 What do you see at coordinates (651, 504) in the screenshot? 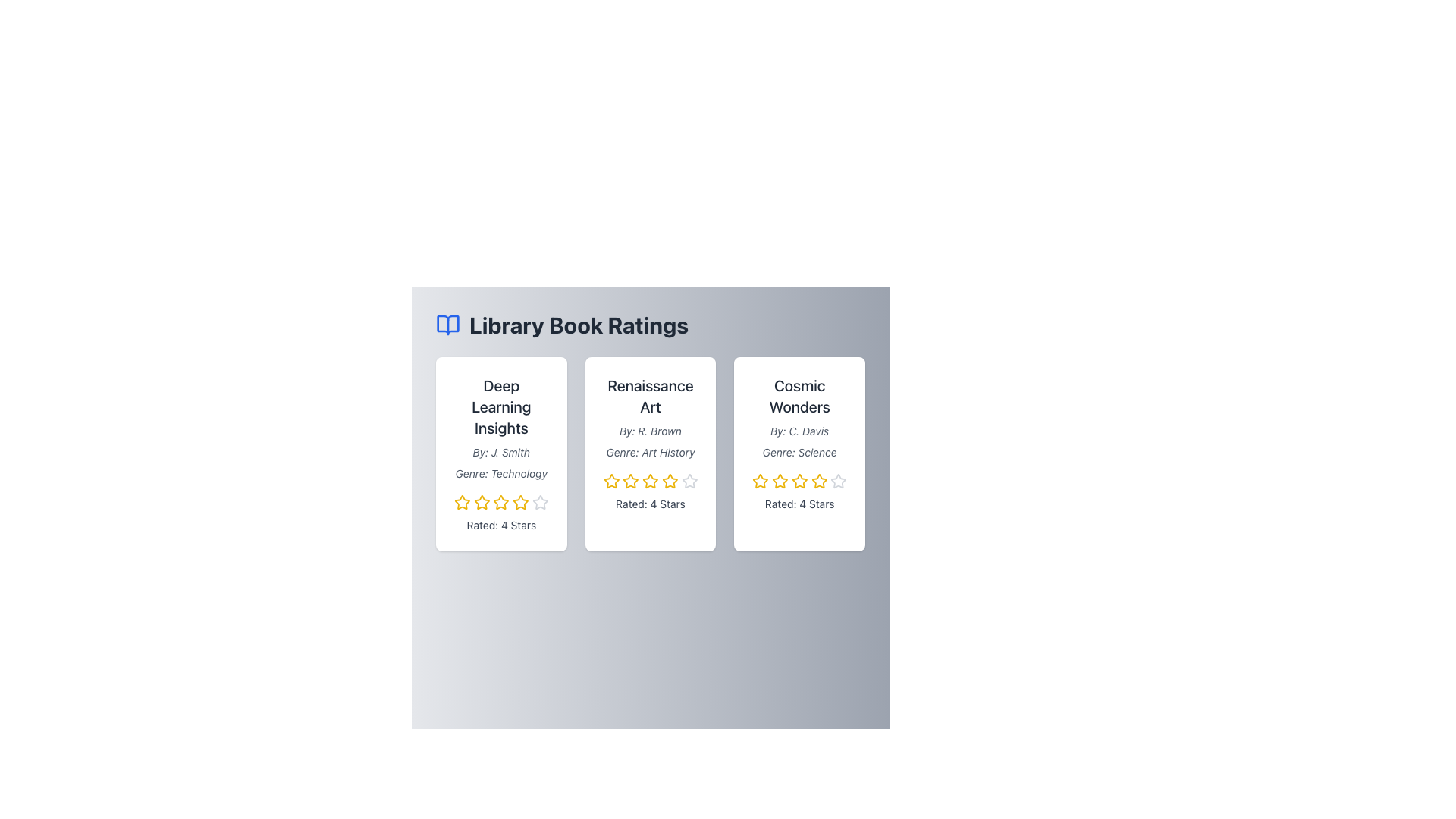
I see `the Text Label displaying the rating score for the 'Renaissance Art' card, located at the bottom of the card, directly below the yellow stars` at bounding box center [651, 504].